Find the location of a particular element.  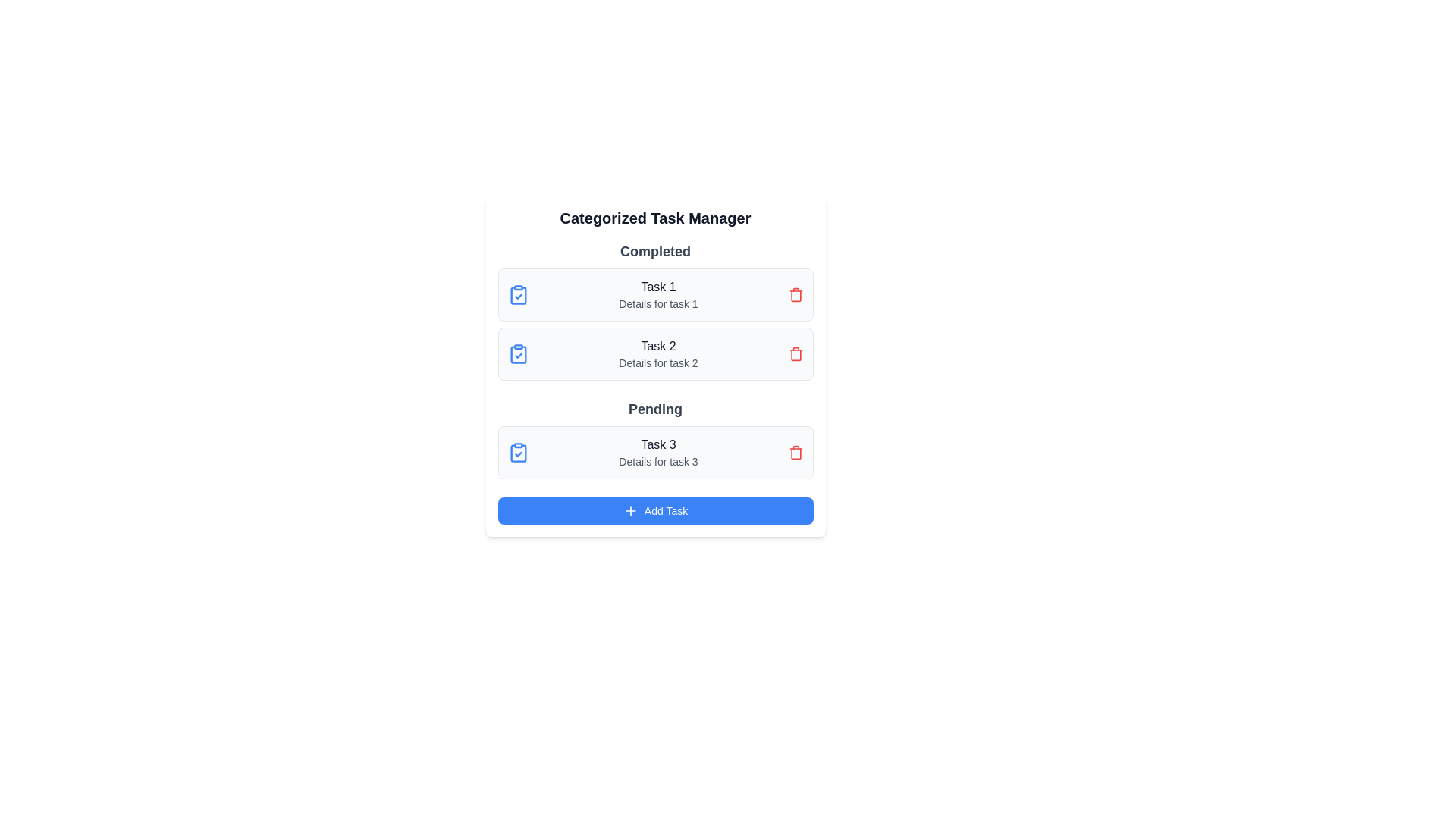

the delete icon next to Task 2 to remove it is located at coordinates (795, 353).